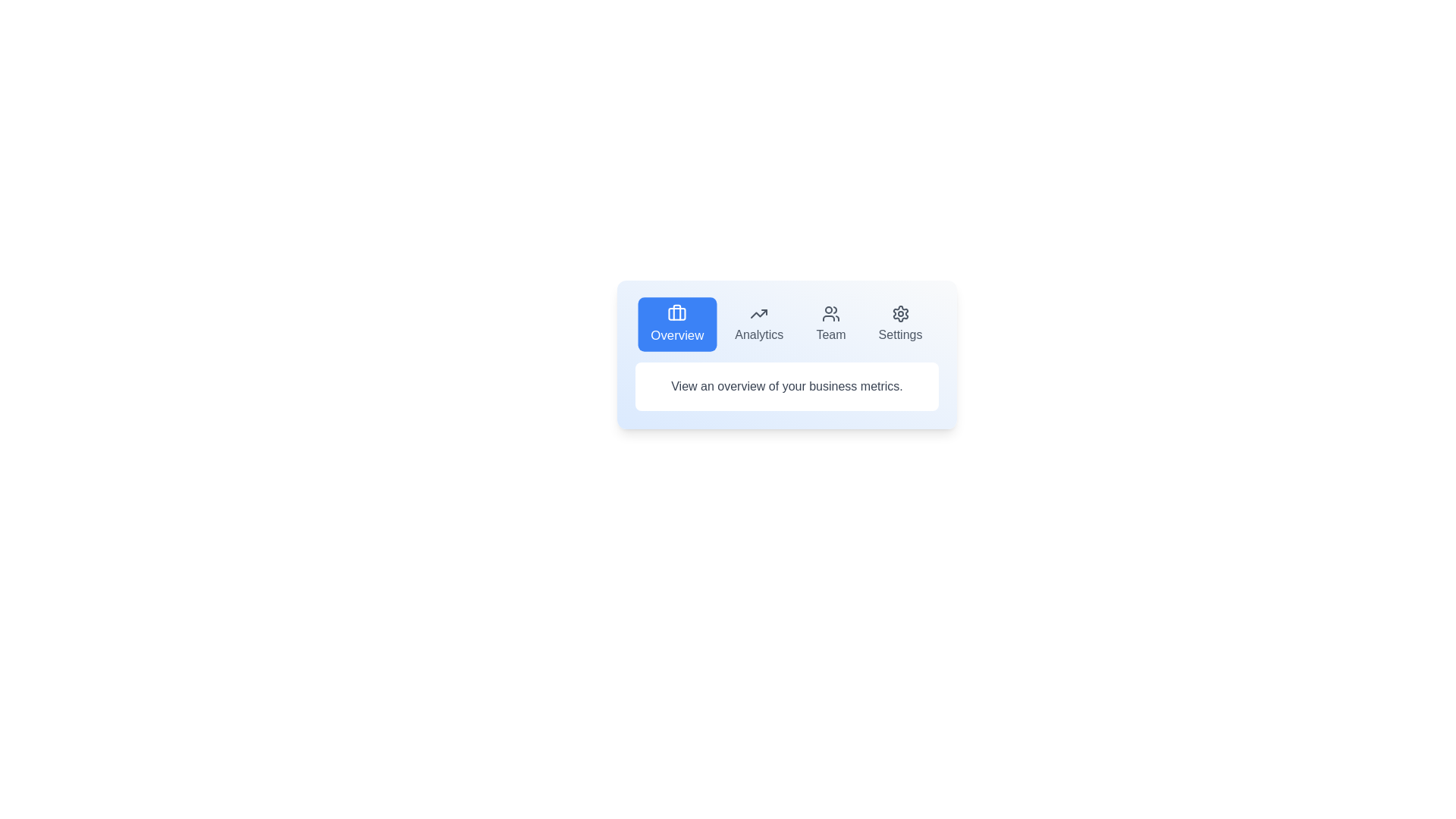  I want to click on the Team tab by clicking on its button, so click(830, 324).